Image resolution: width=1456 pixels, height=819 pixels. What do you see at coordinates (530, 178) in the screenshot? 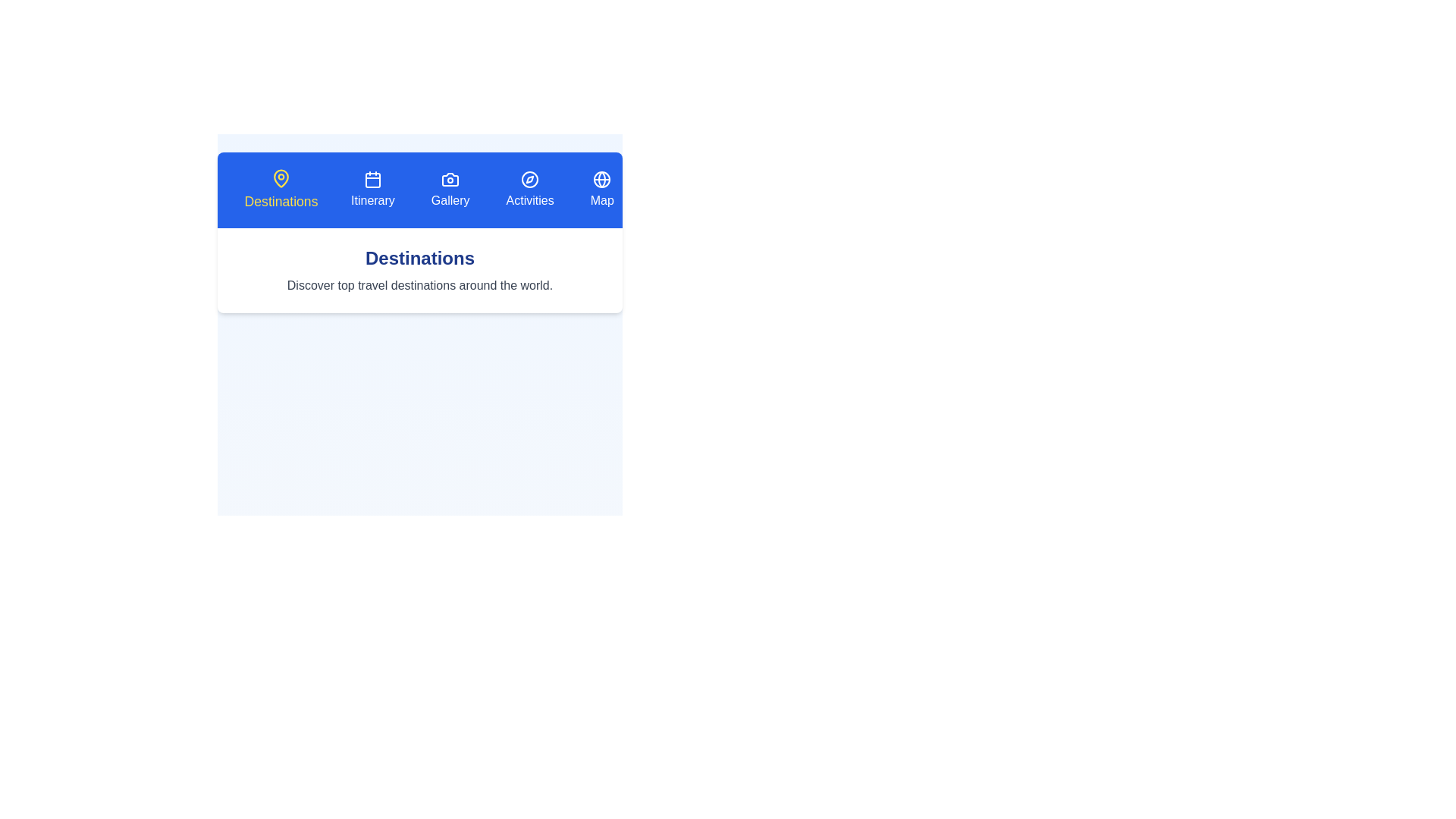
I see `the compass-style icon button in the menu bar` at bounding box center [530, 178].